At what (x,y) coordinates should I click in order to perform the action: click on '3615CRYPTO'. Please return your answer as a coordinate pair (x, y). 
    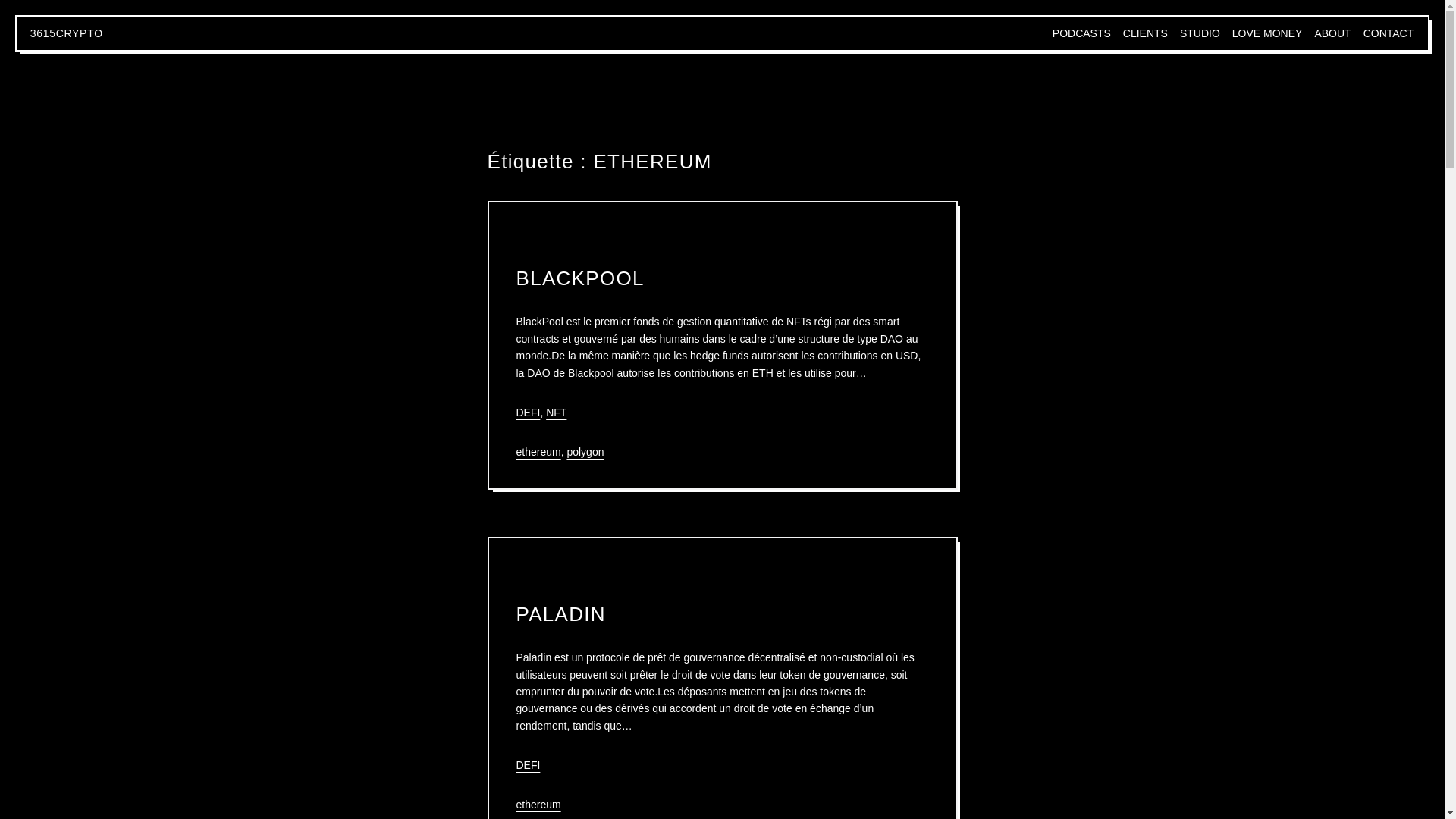
    Looking at the image, I should click on (65, 33).